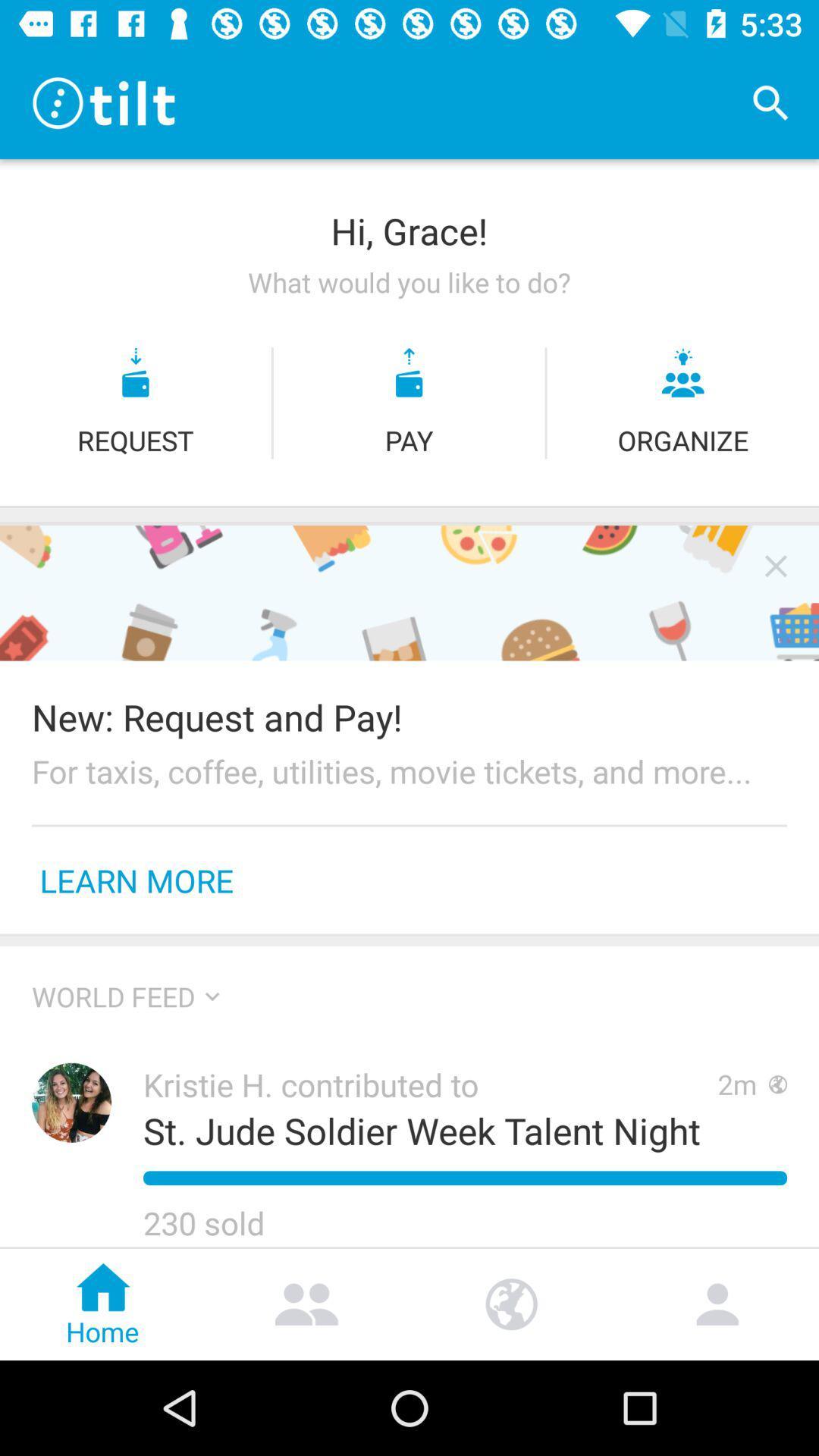  I want to click on the more icon, so click(408, 403).